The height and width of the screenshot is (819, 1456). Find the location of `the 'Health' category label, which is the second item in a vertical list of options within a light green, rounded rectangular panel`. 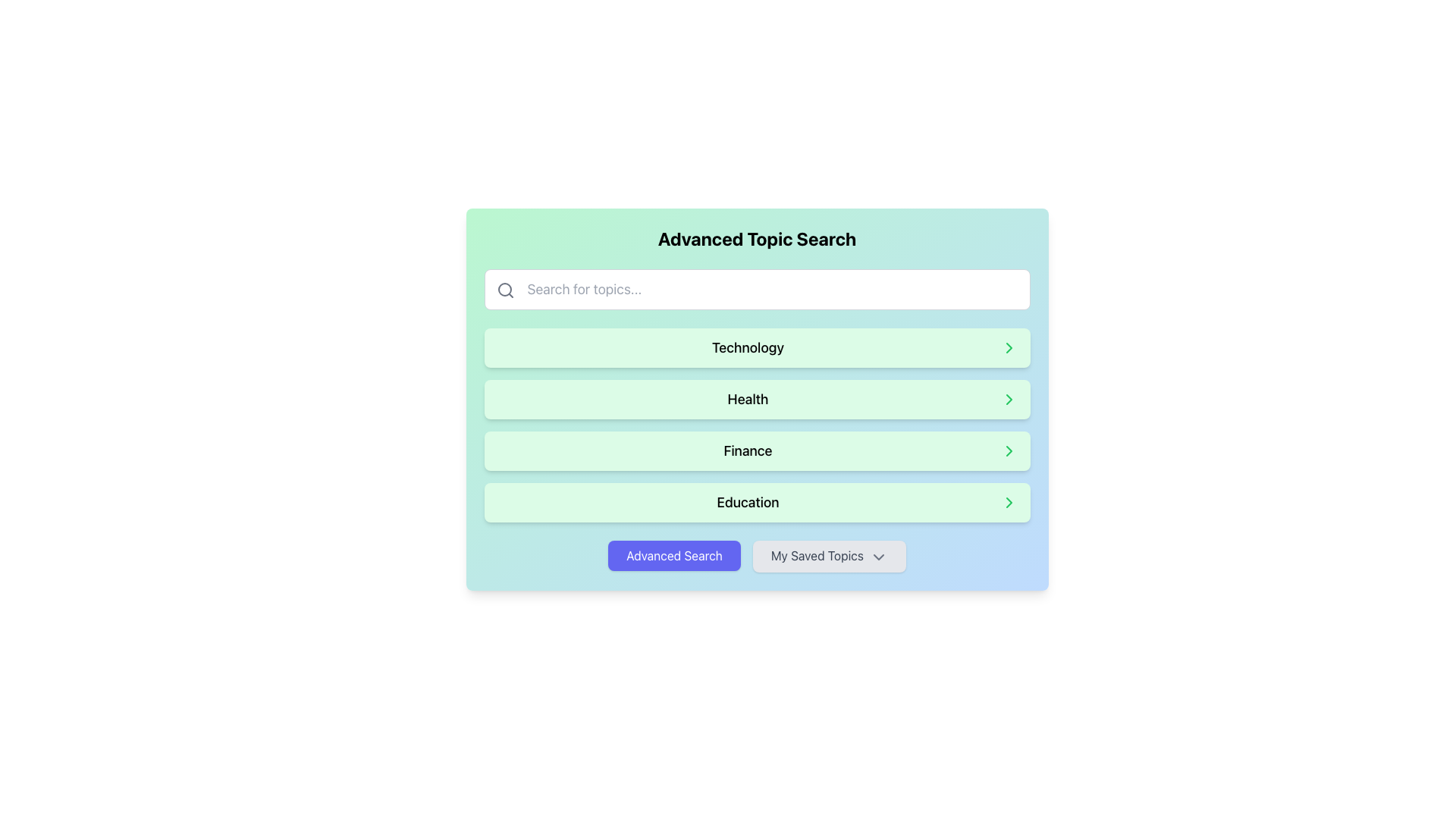

the 'Health' category label, which is the second item in a vertical list of options within a light green, rounded rectangular panel is located at coordinates (748, 399).